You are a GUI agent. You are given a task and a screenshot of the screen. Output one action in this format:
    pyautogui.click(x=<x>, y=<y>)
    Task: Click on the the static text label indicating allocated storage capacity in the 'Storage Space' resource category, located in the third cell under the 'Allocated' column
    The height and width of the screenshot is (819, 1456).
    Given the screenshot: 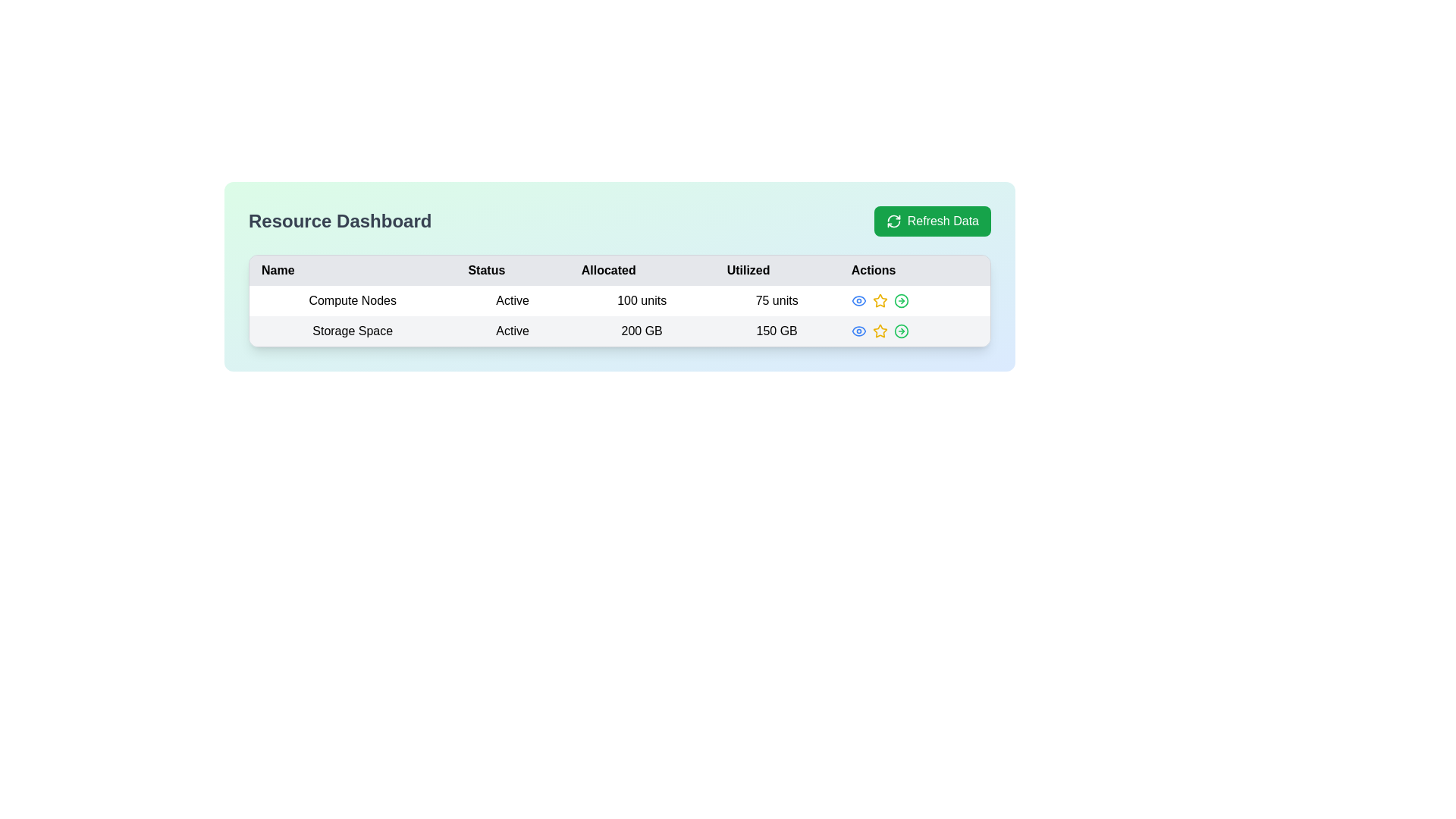 What is the action you would take?
    pyautogui.click(x=642, y=330)
    